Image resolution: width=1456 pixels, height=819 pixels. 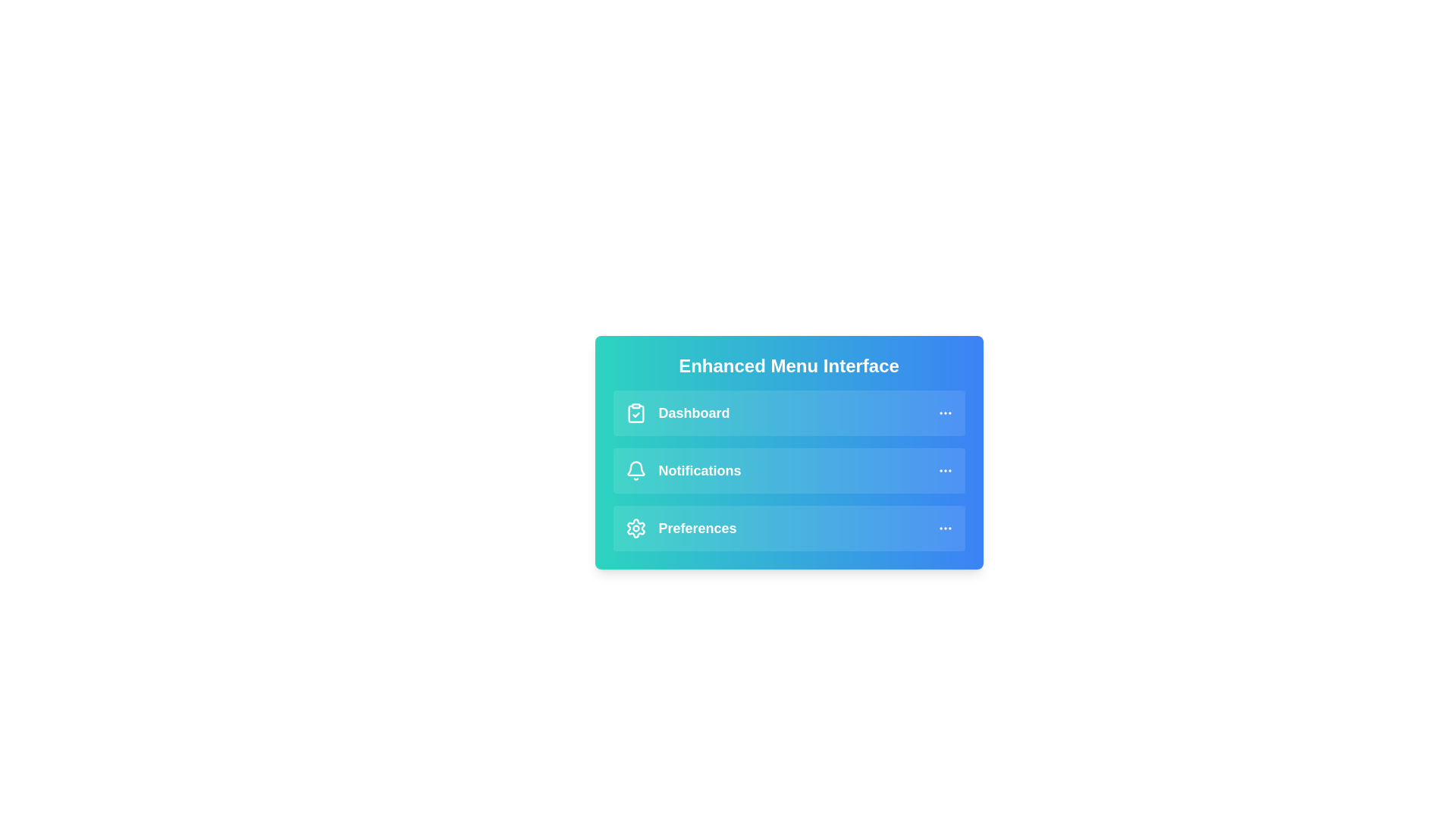 I want to click on the 'Dashboard' menu item, which is the first item in the vertical list and features a clipboard icon with a checkmark and bold white text against a gradient blue background, so click(x=676, y=413).